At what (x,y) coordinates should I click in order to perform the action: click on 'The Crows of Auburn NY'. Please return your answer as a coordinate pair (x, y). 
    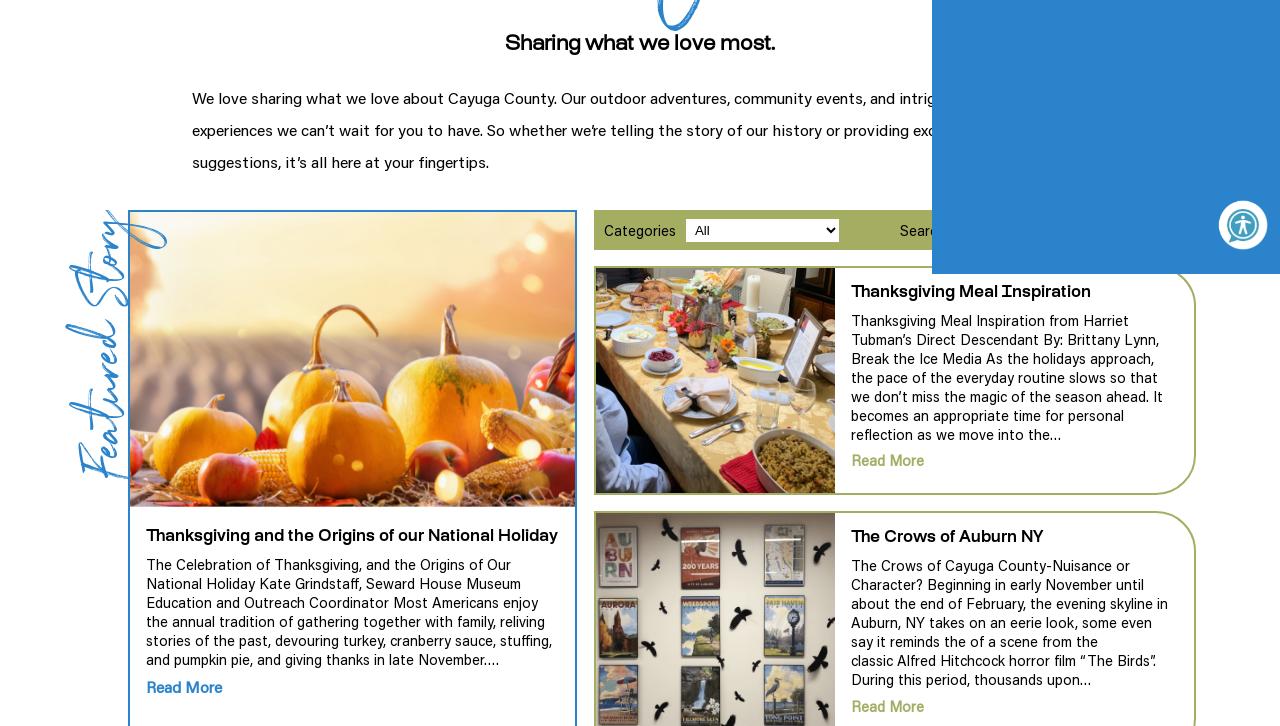
    Looking at the image, I should click on (945, 538).